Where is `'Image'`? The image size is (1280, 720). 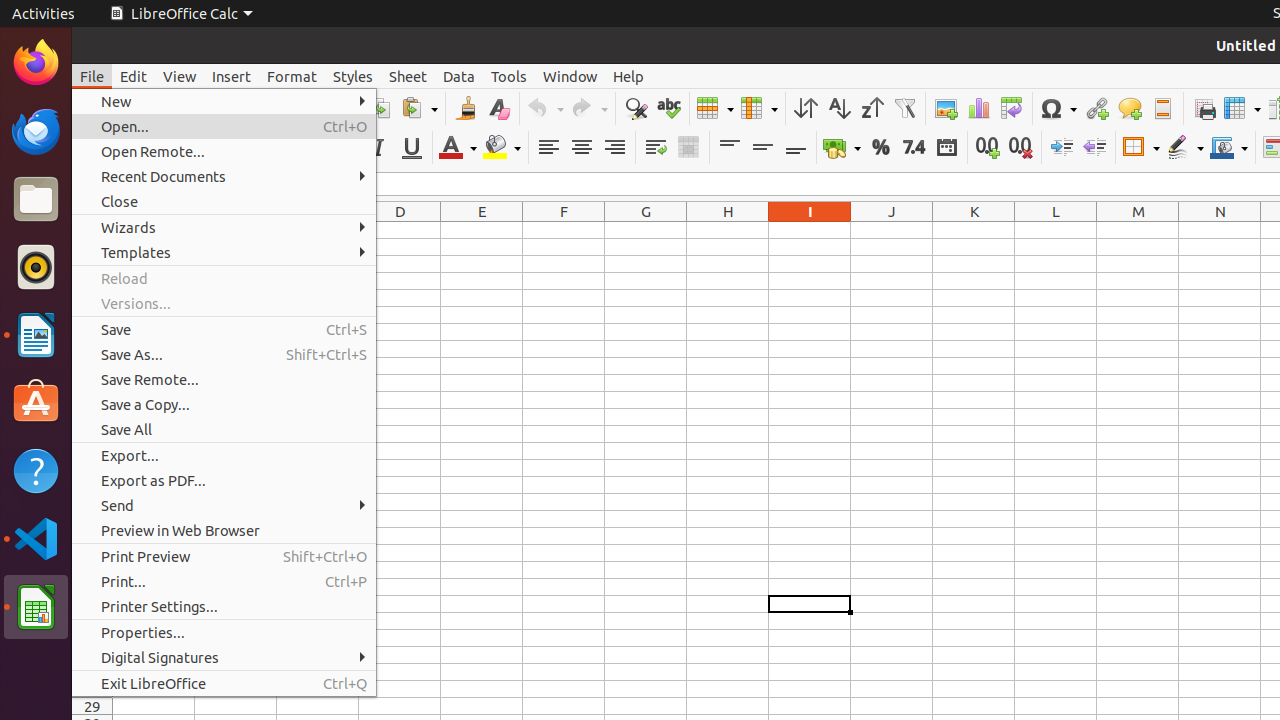
'Image' is located at coordinates (944, 108).